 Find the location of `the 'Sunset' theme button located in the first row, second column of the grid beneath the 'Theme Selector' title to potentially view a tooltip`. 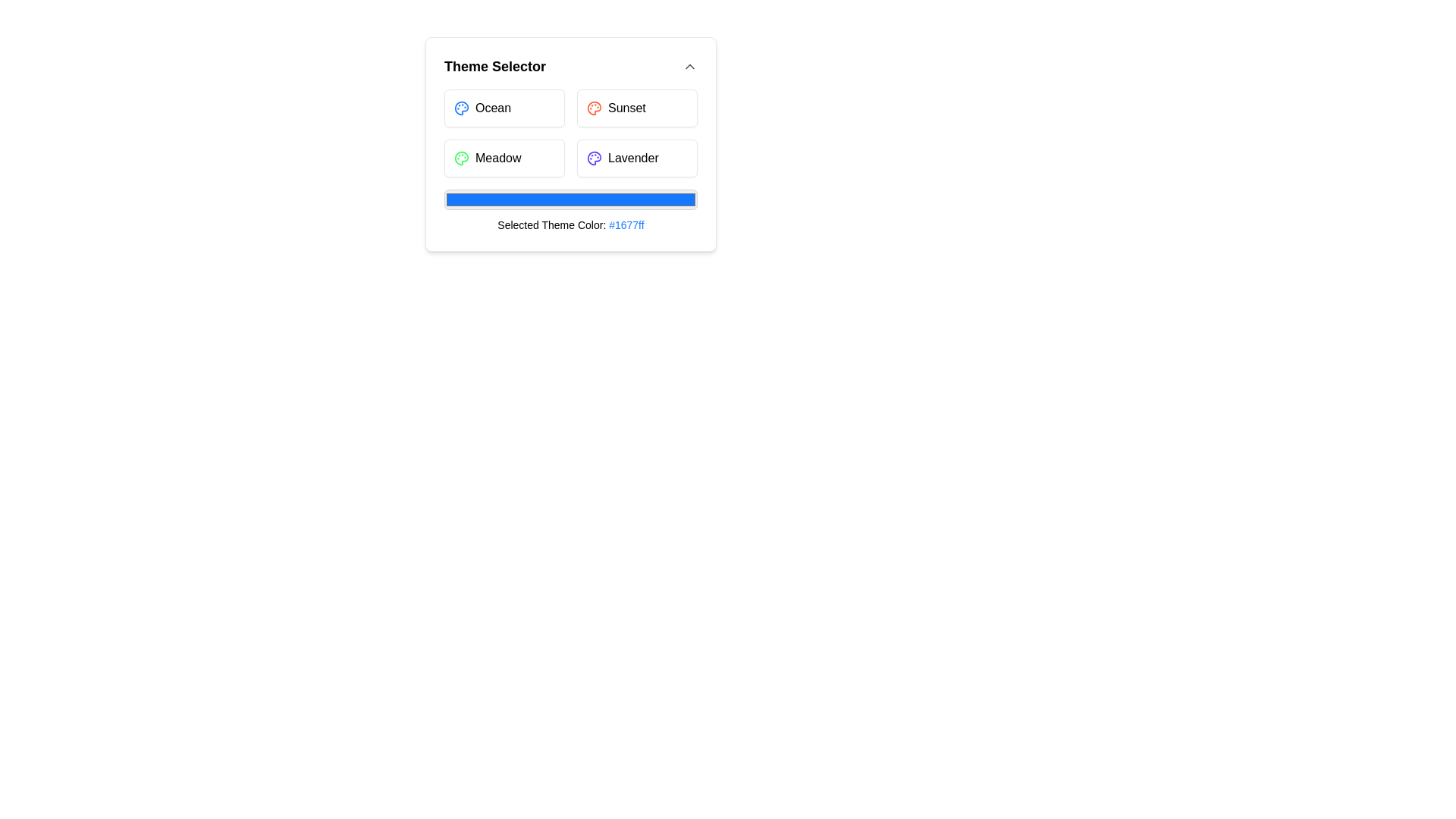

the 'Sunset' theme button located in the first row, second column of the grid beneath the 'Theme Selector' title to potentially view a tooltip is located at coordinates (637, 107).